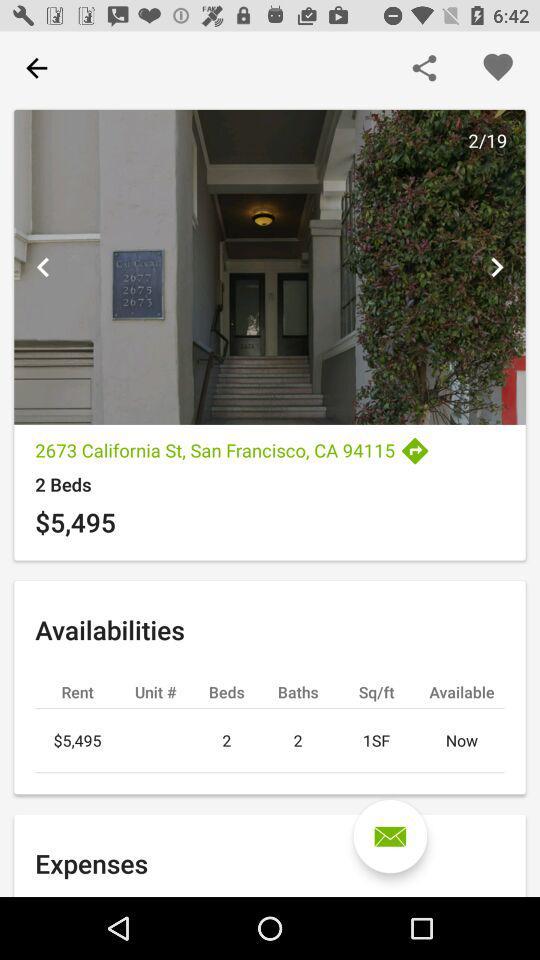  Describe the element at coordinates (495, 266) in the screenshot. I see `next picture` at that location.